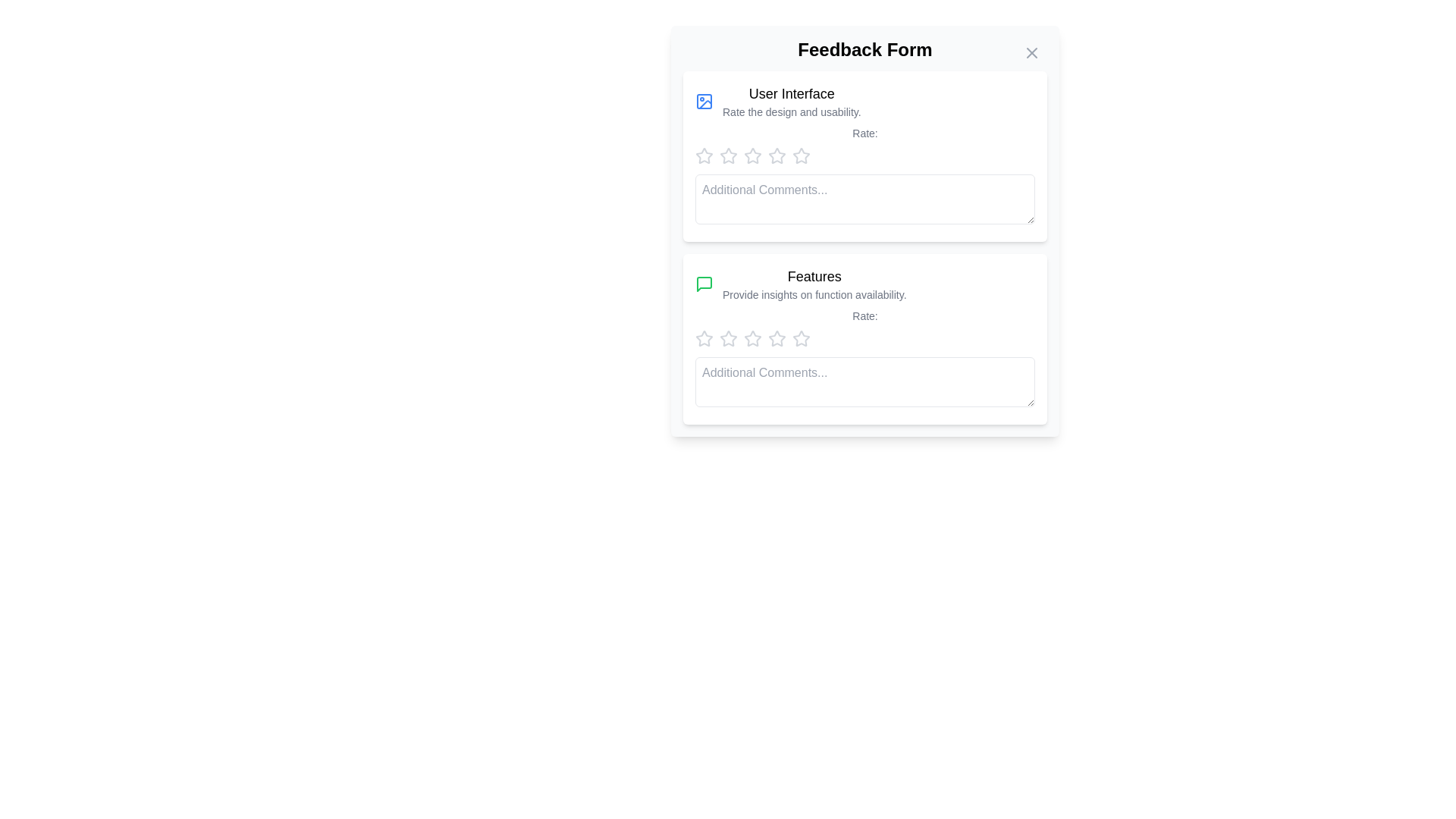  What do you see at coordinates (865, 284) in the screenshot?
I see `the green outlined speech bubble icon in the 'Features' header` at bounding box center [865, 284].